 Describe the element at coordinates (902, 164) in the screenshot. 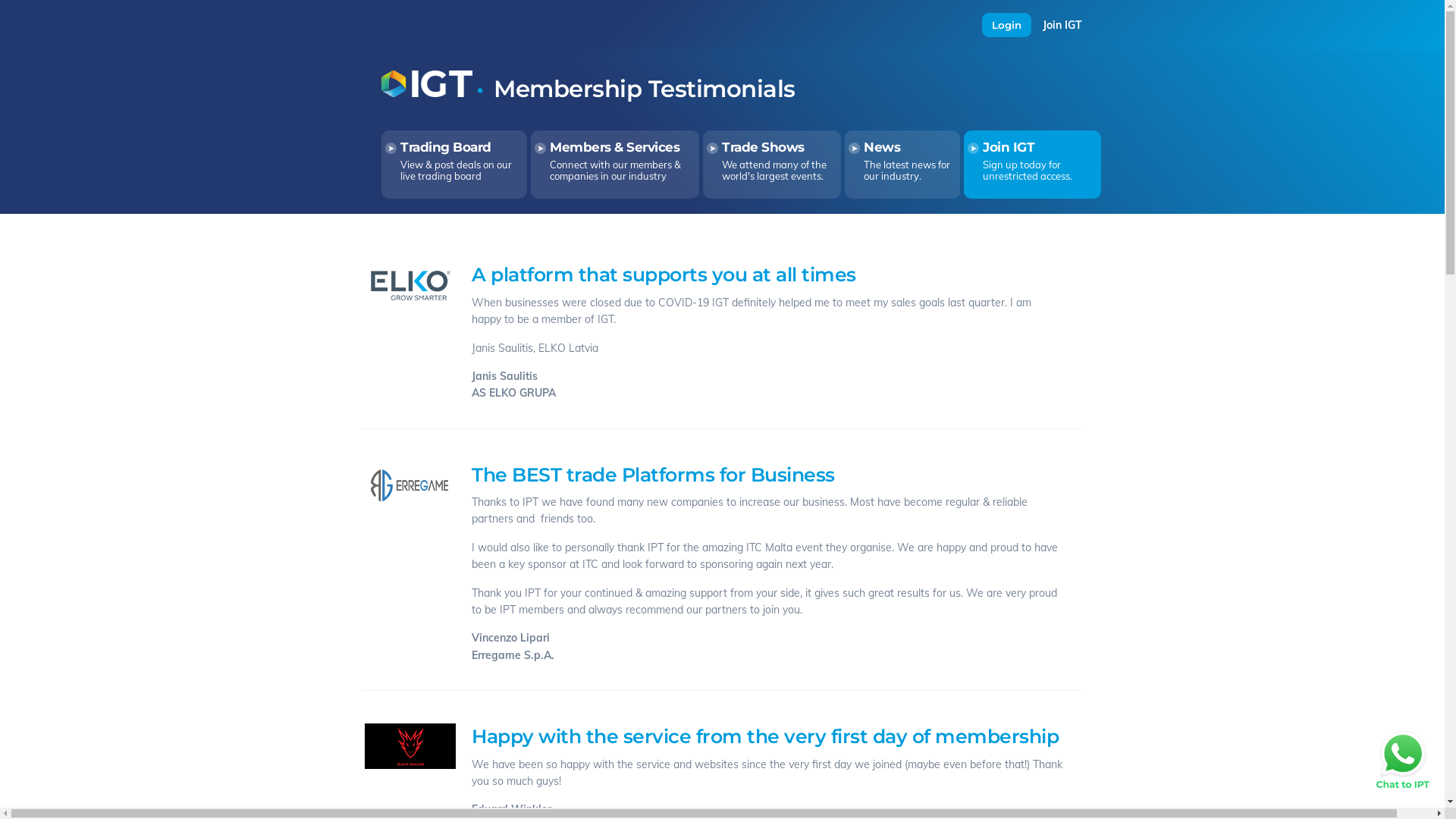

I see `'News` at that location.